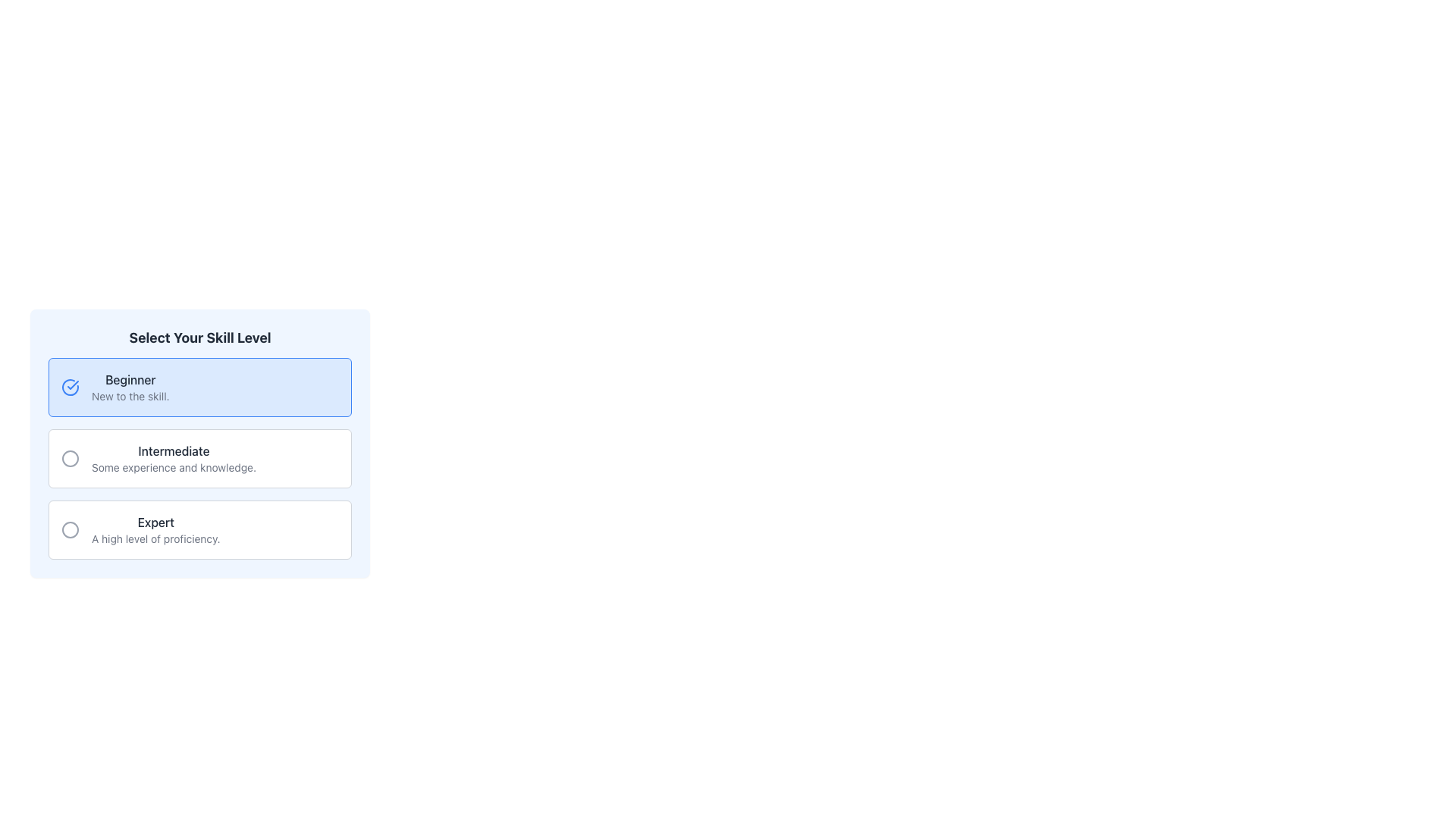 This screenshot has width=1456, height=819. What do you see at coordinates (69, 458) in the screenshot?
I see `the radio button element for the 'Intermediate' option` at bounding box center [69, 458].